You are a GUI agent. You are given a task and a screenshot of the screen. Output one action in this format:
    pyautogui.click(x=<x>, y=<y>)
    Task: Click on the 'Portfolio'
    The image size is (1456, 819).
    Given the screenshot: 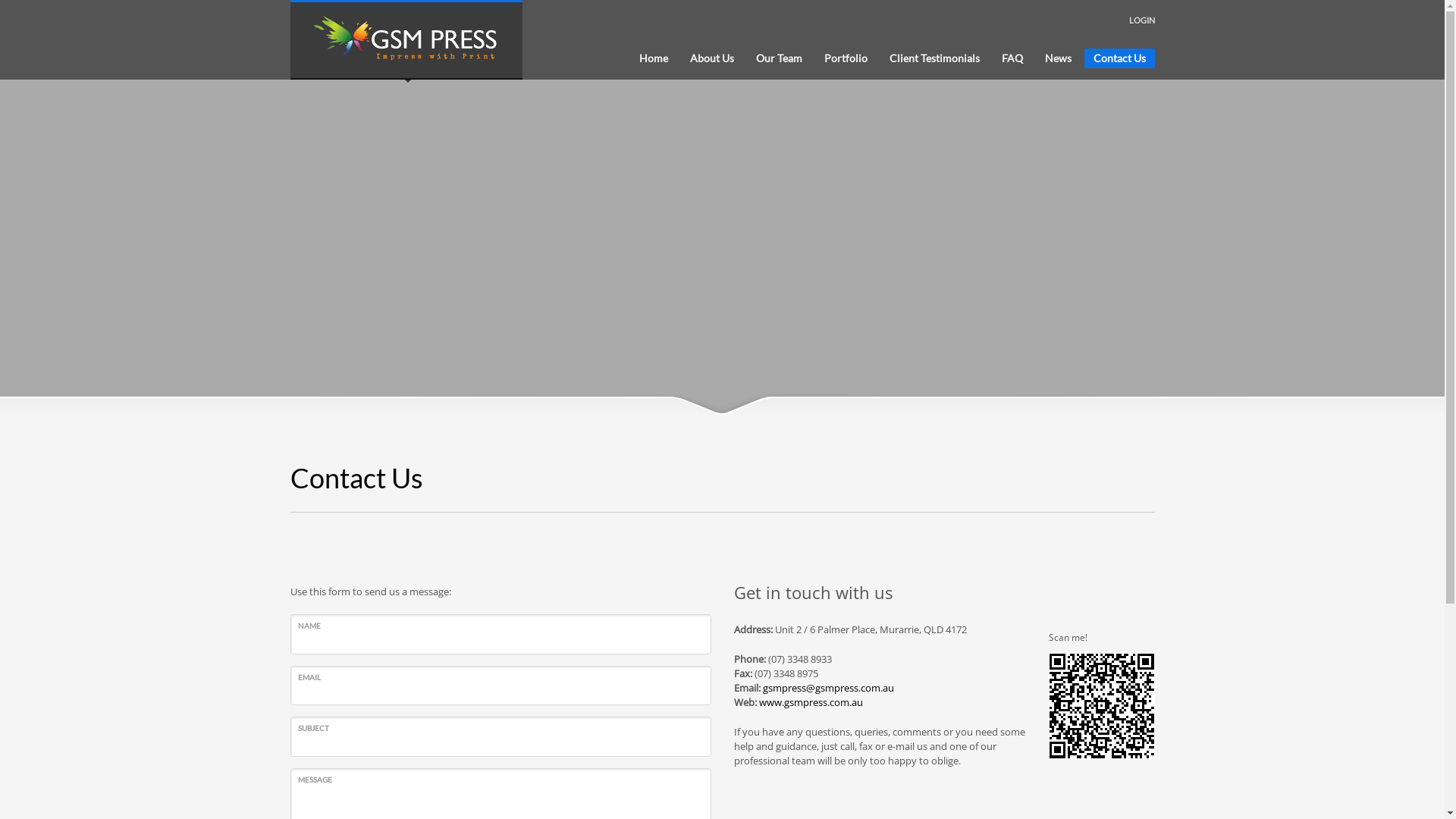 What is the action you would take?
    pyautogui.click(x=844, y=58)
    